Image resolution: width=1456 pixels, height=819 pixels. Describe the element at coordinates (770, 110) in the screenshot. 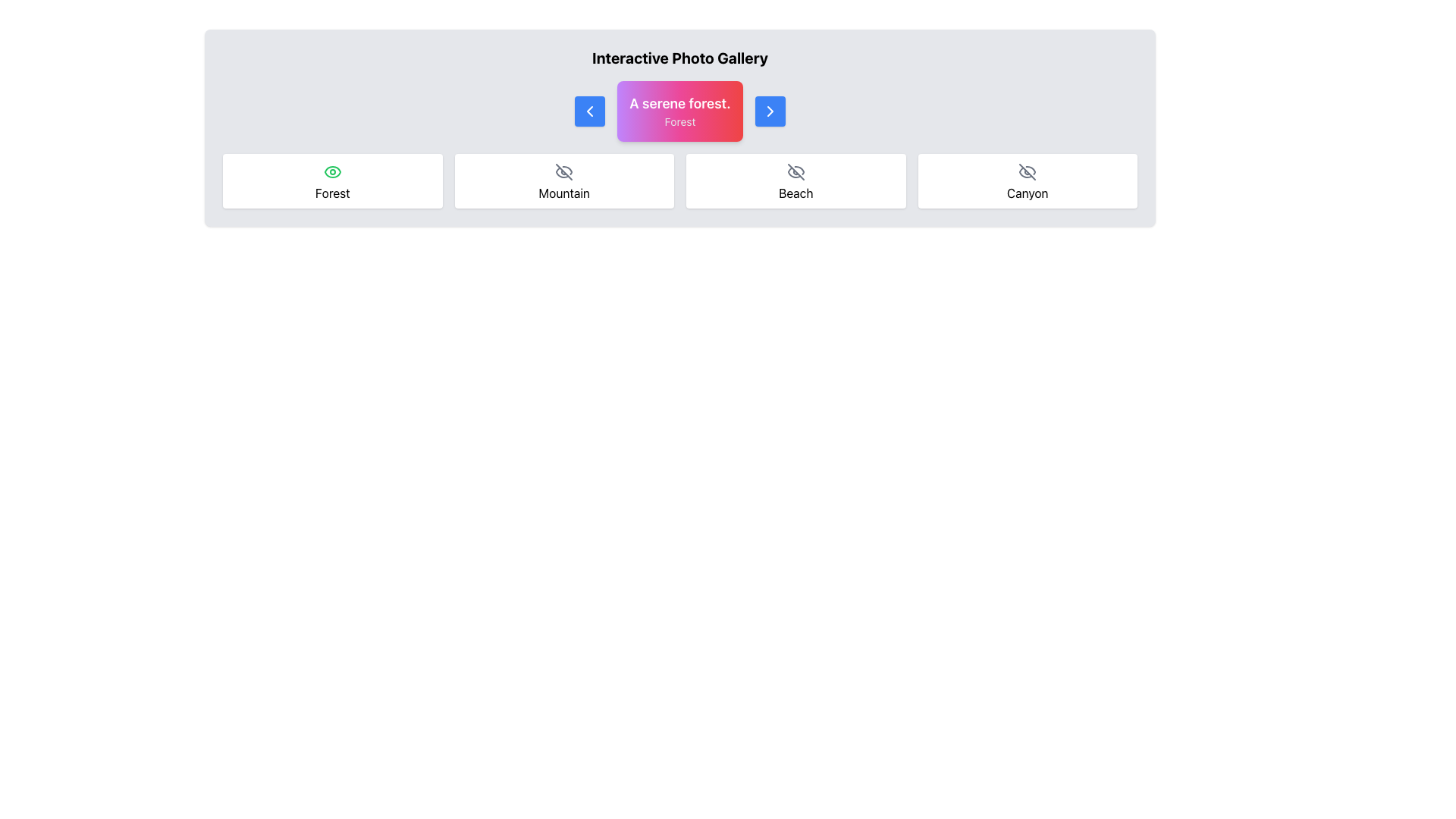

I see `the Right Chevron icon in the interactive photo gallery` at that location.